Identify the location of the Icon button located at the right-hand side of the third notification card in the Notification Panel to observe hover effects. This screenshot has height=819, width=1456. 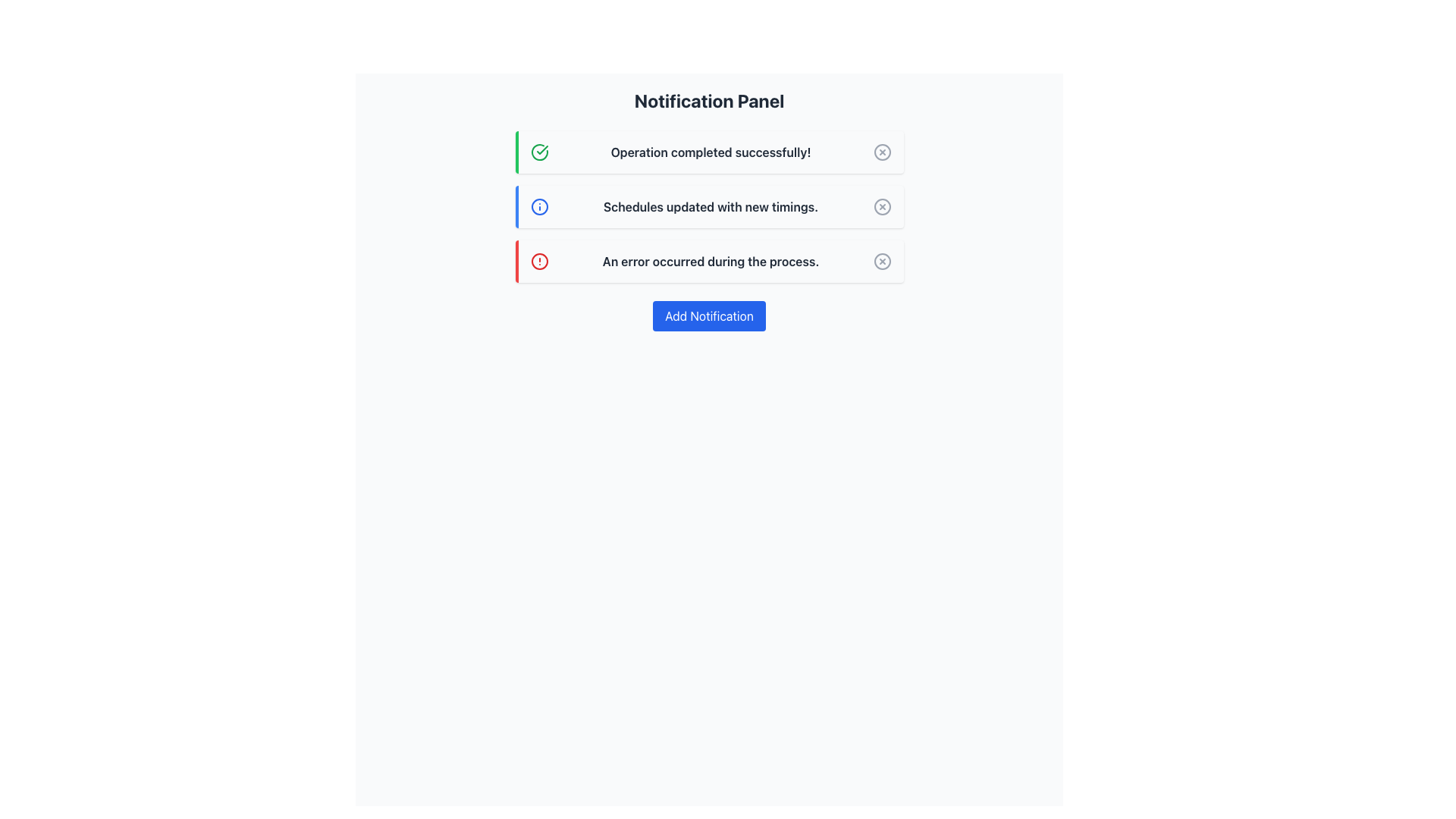
(882, 260).